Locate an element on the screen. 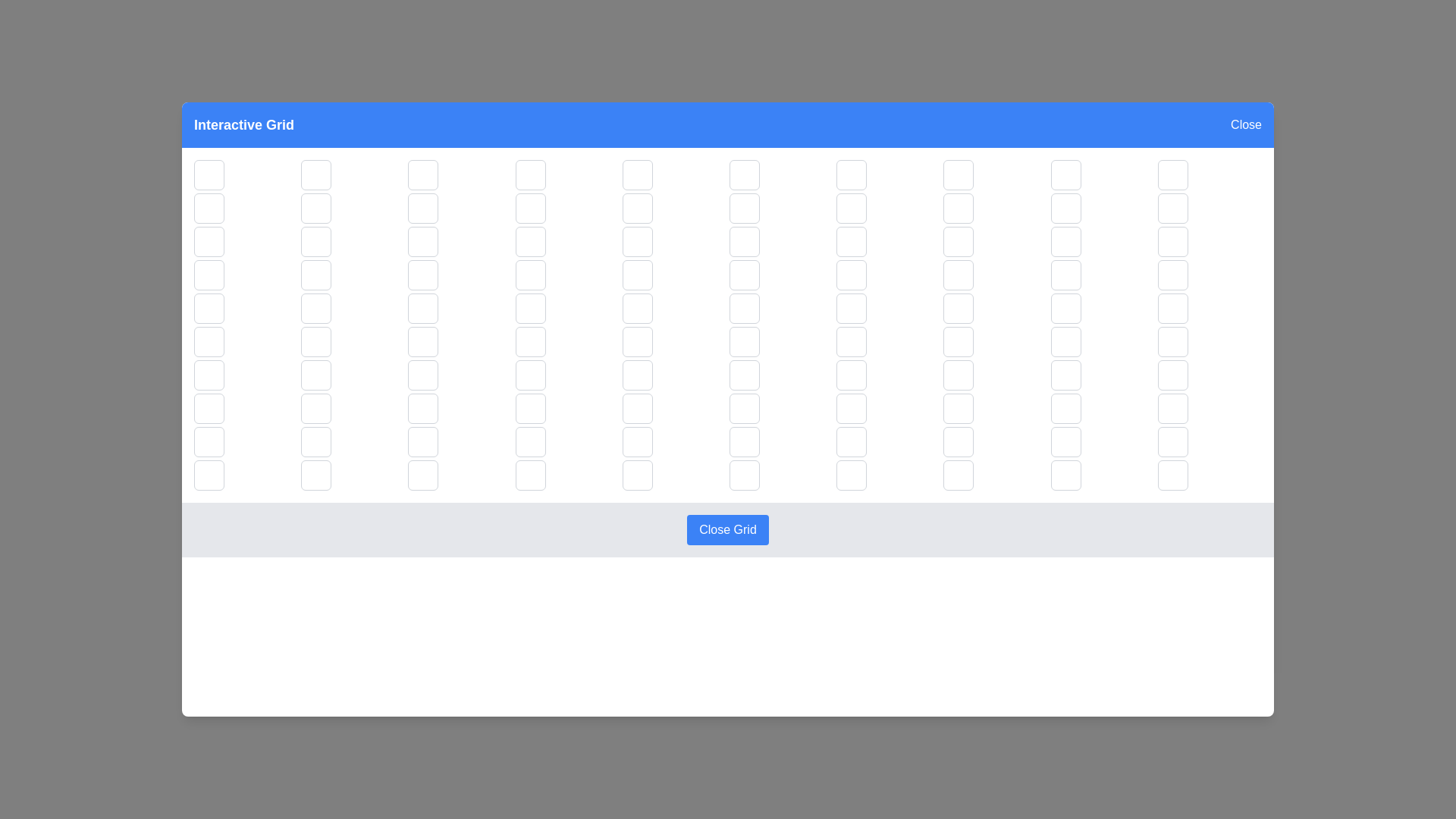 Image resolution: width=1456 pixels, height=819 pixels. the 'Close' button in the header to close the dialog is located at coordinates (1246, 124).